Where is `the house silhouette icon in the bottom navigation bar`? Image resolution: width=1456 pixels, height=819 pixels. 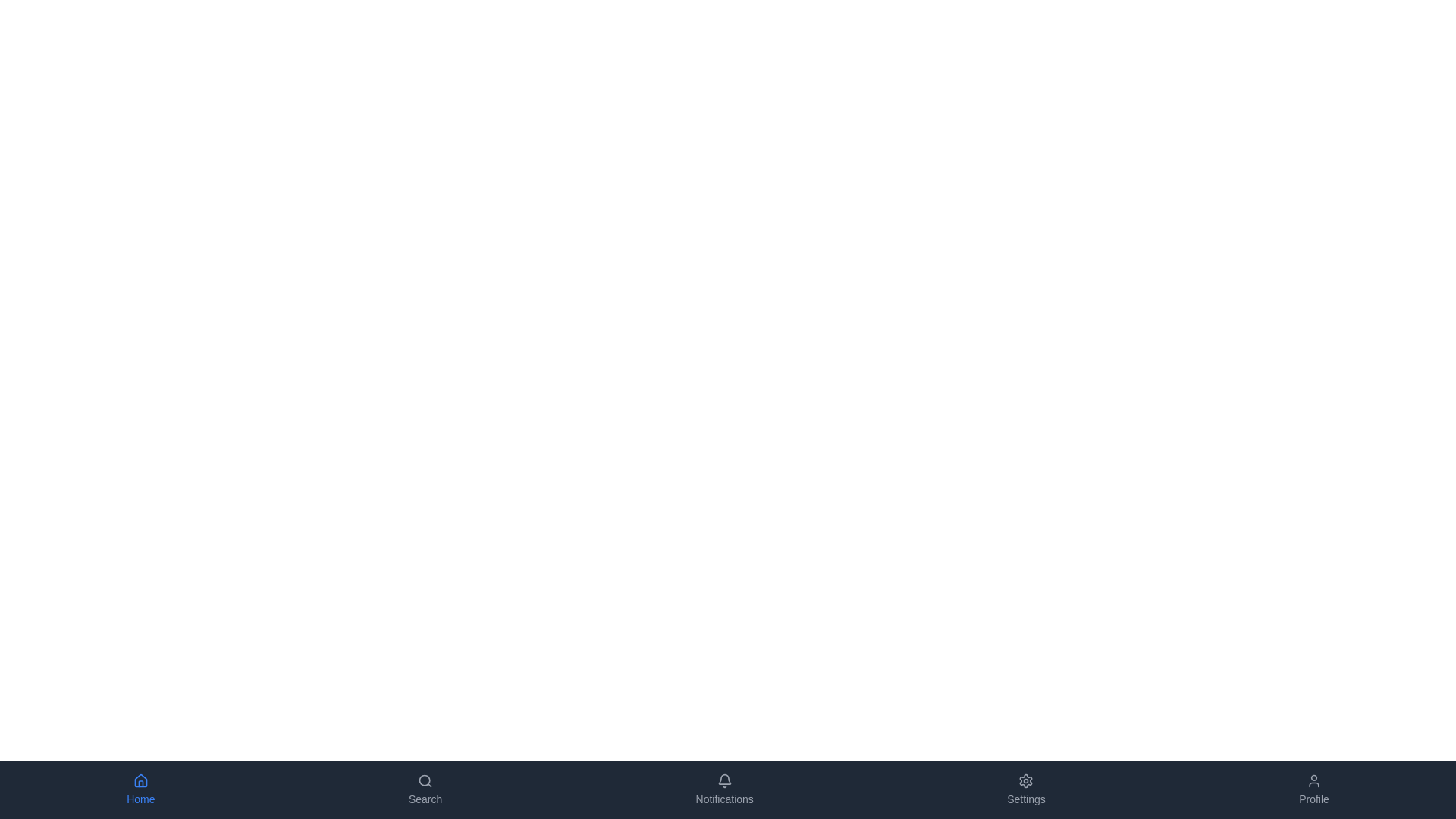
the house silhouette icon in the bottom navigation bar is located at coordinates (140, 780).